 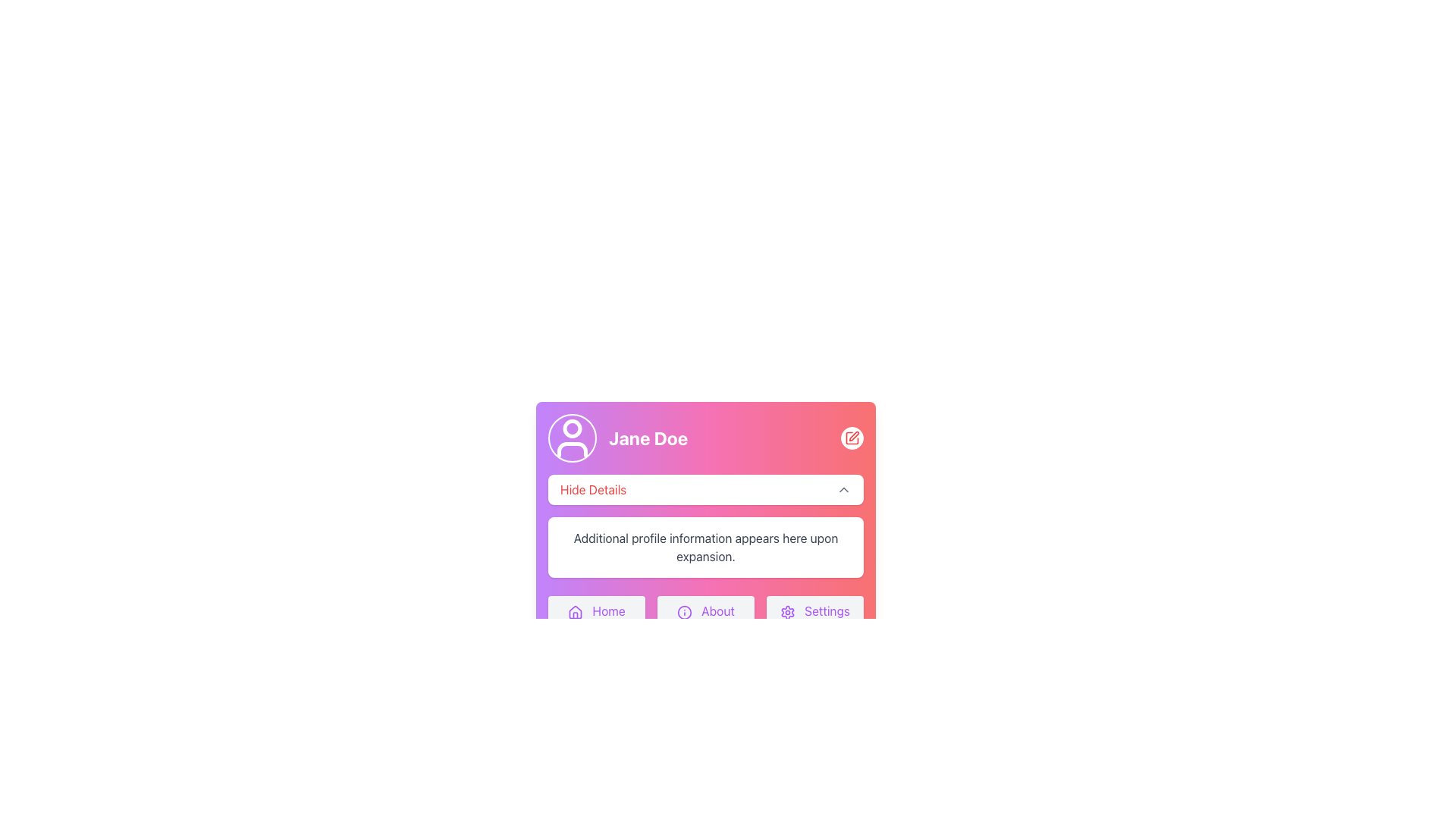 What do you see at coordinates (705, 489) in the screenshot?
I see `the 'Hide Details' button, which is a rectangular button with rounded corners and a white background, featuring red text aligned to the left and an upward-pointing arrow icon for toggle functionality` at bounding box center [705, 489].